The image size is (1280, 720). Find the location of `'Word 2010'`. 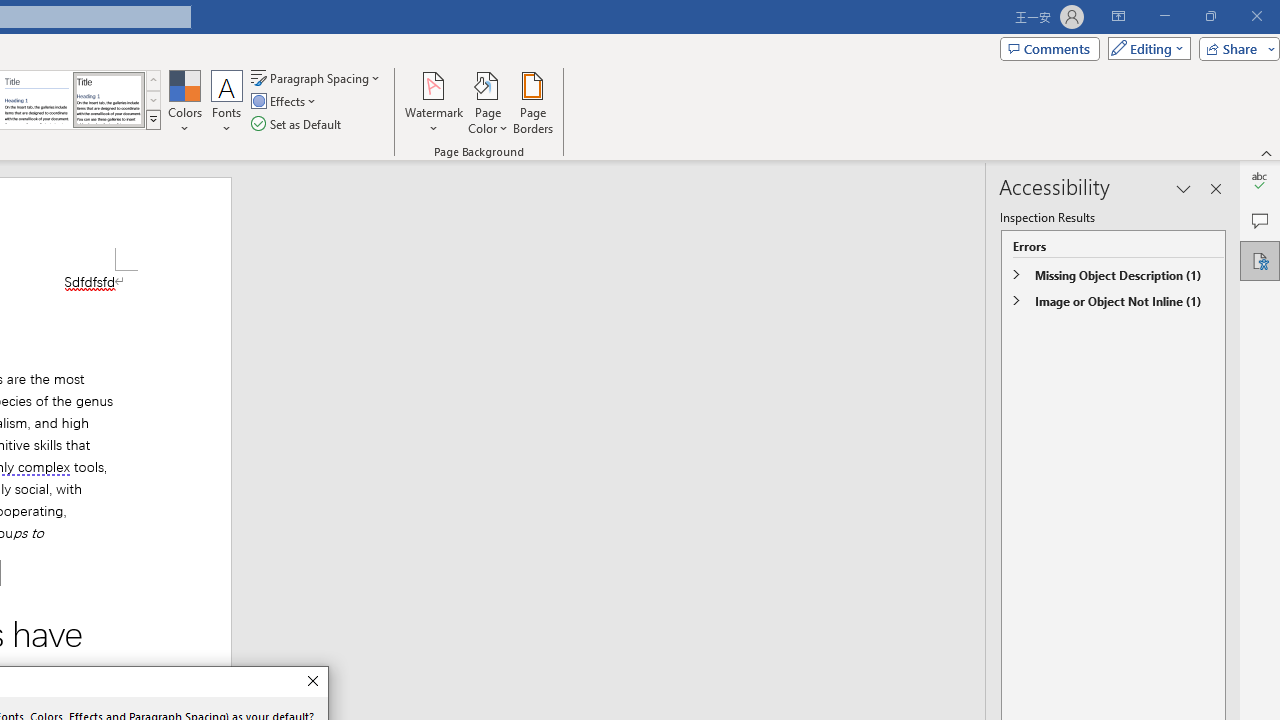

'Word 2010' is located at coordinates (37, 100).